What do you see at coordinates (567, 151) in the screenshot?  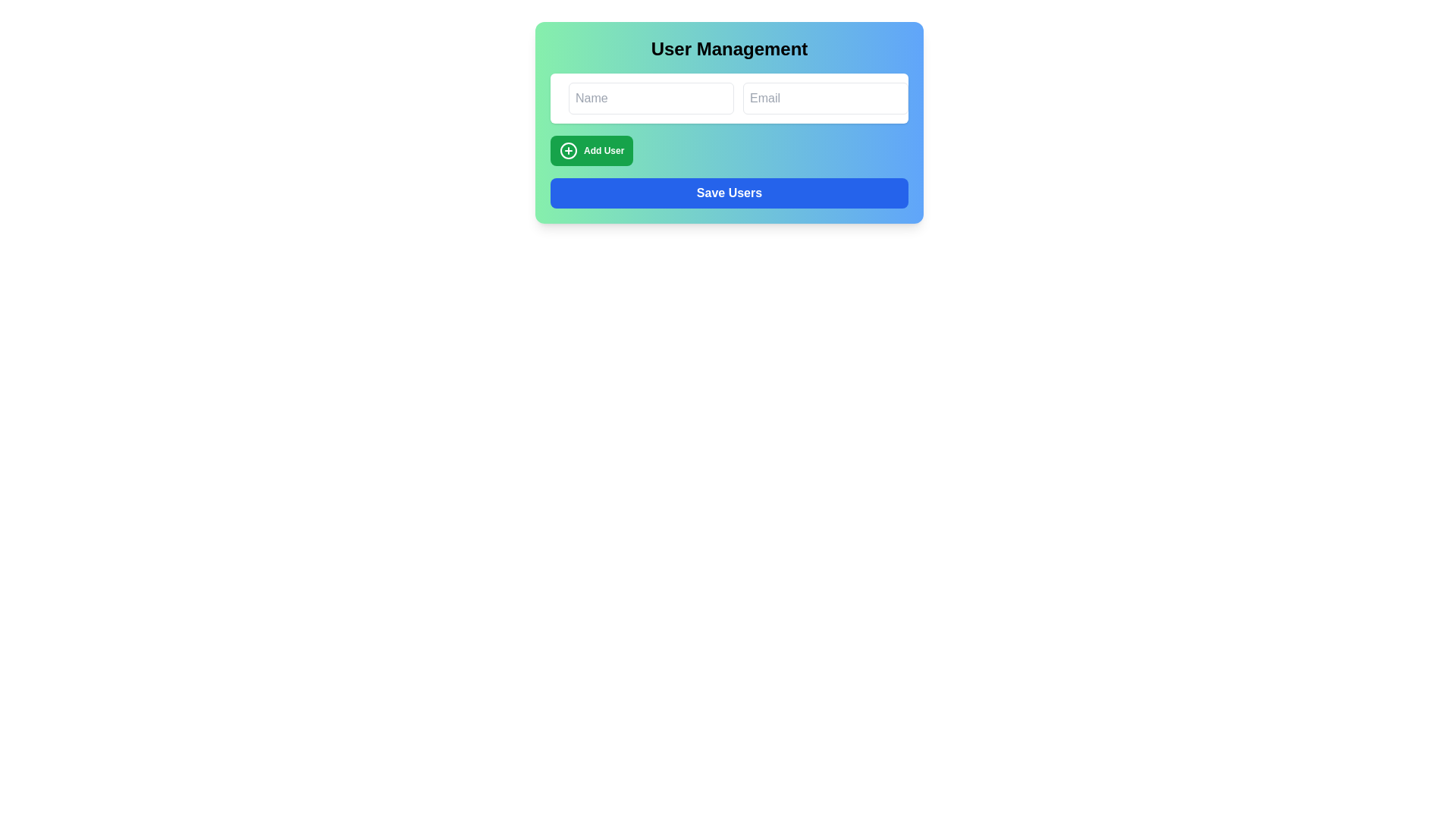 I see `the icon representing the action of adding a user, located on the left side of the 'Add User' button, for visual feedback` at bounding box center [567, 151].